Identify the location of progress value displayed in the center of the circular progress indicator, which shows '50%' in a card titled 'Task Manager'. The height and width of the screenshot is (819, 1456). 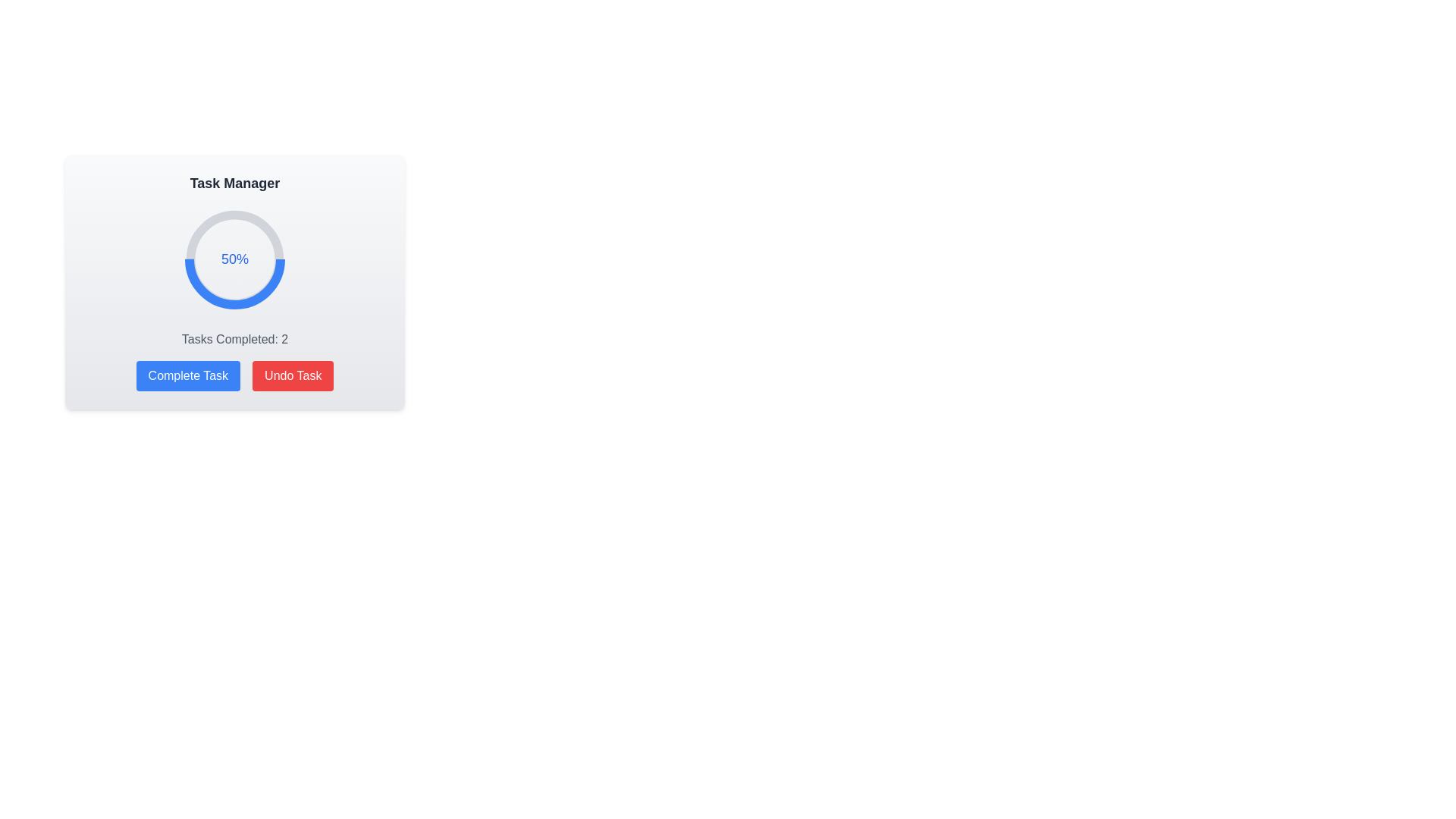
(234, 259).